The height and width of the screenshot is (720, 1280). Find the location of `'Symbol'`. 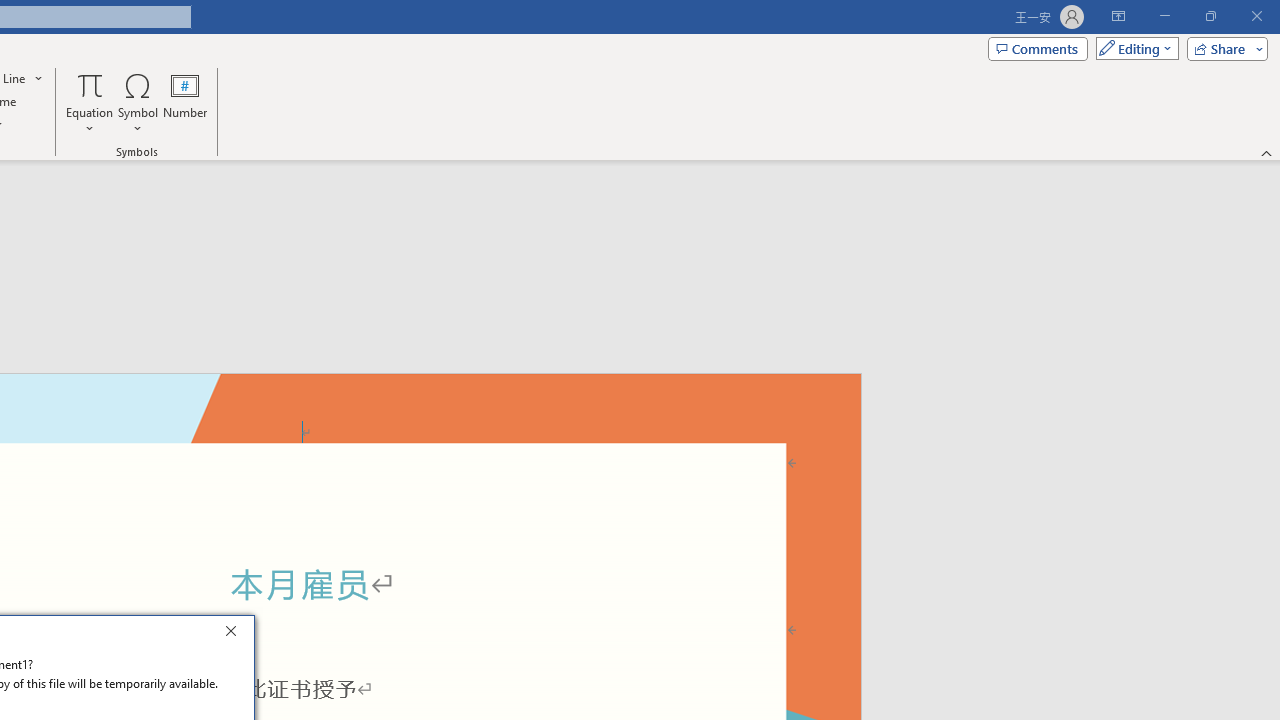

'Symbol' is located at coordinates (137, 103).